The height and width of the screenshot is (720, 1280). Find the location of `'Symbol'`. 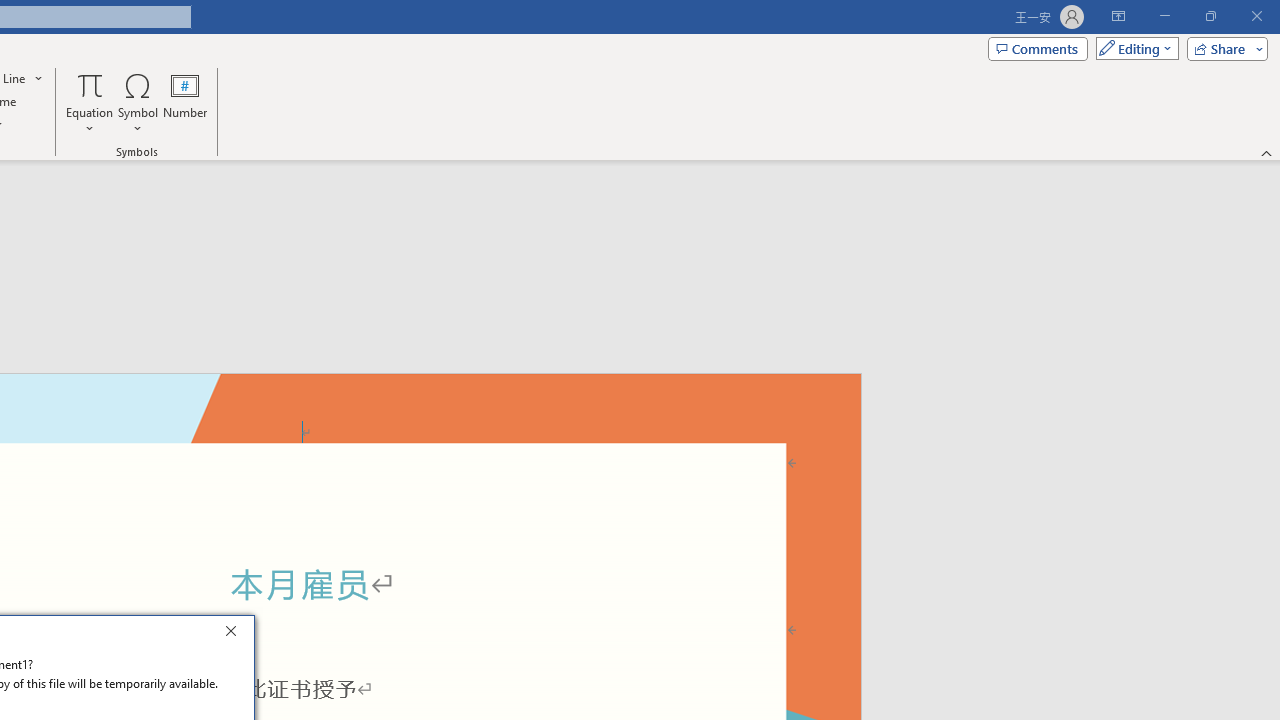

'Symbol' is located at coordinates (137, 103).